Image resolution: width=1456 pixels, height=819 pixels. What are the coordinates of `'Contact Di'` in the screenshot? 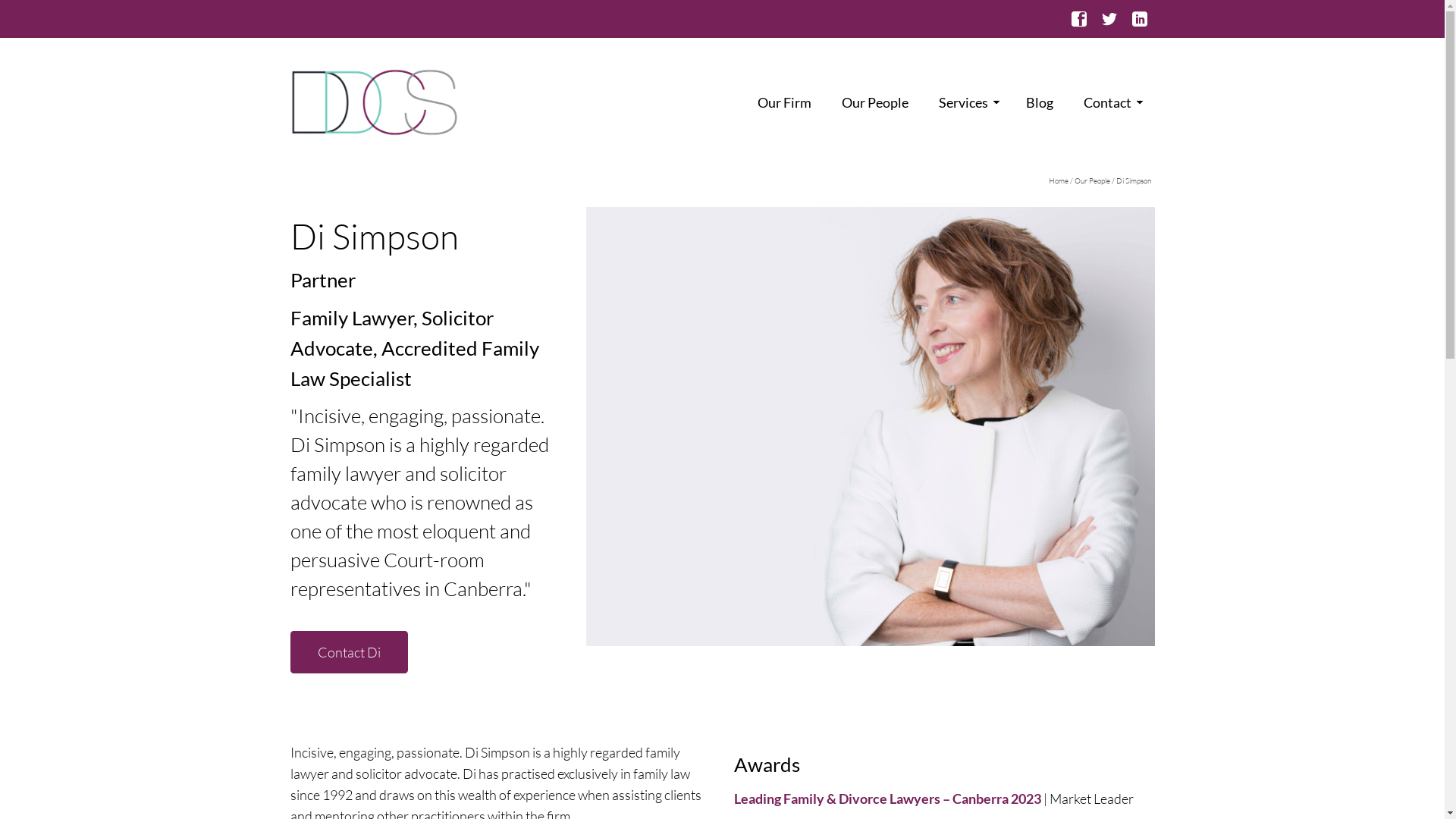 It's located at (347, 651).